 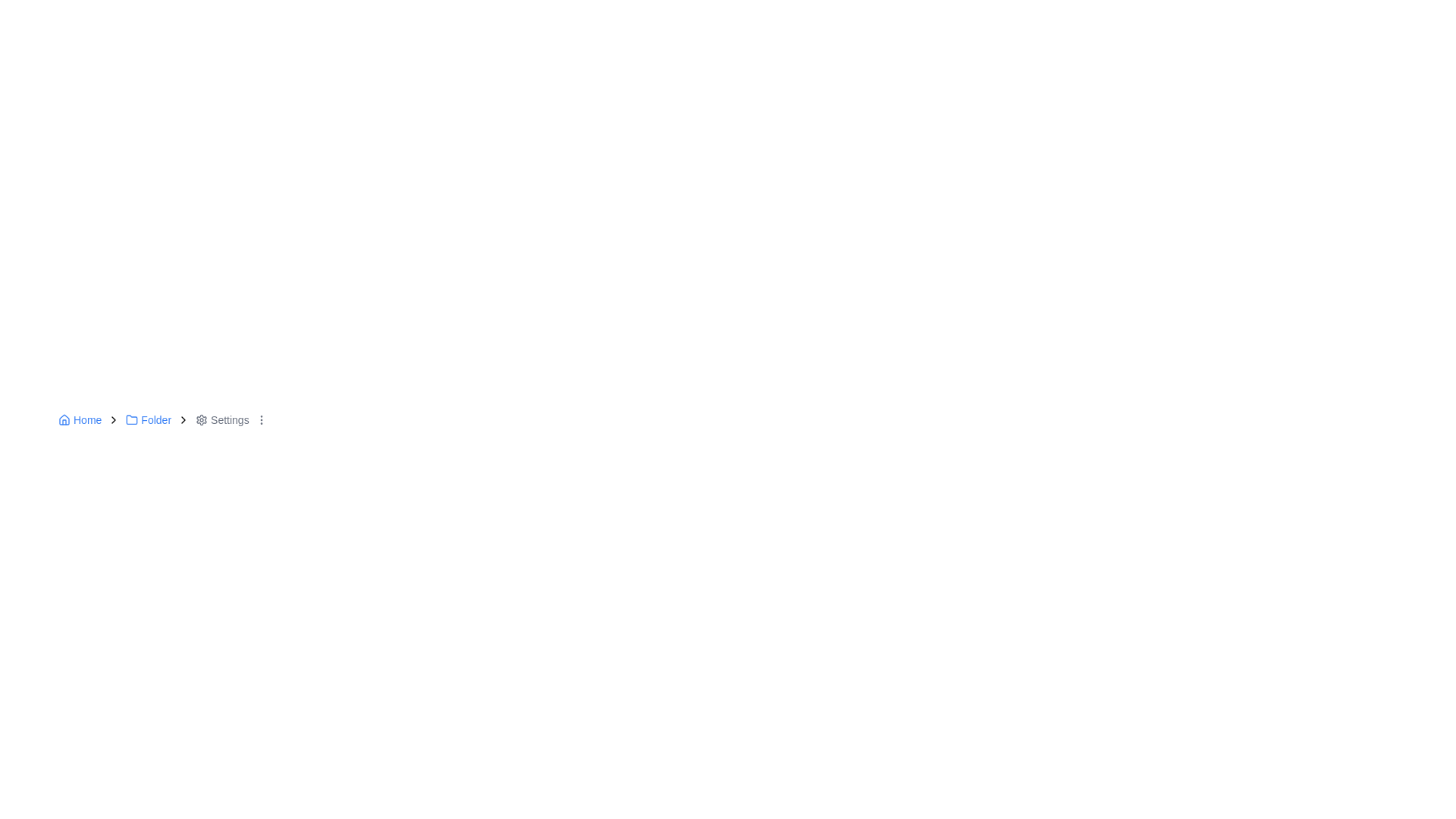 What do you see at coordinates (79, 420) in the screenshot?
I see `the 'Home' breadcrumb link in the top-left corner of the interface` at bounding box center [79, 420].